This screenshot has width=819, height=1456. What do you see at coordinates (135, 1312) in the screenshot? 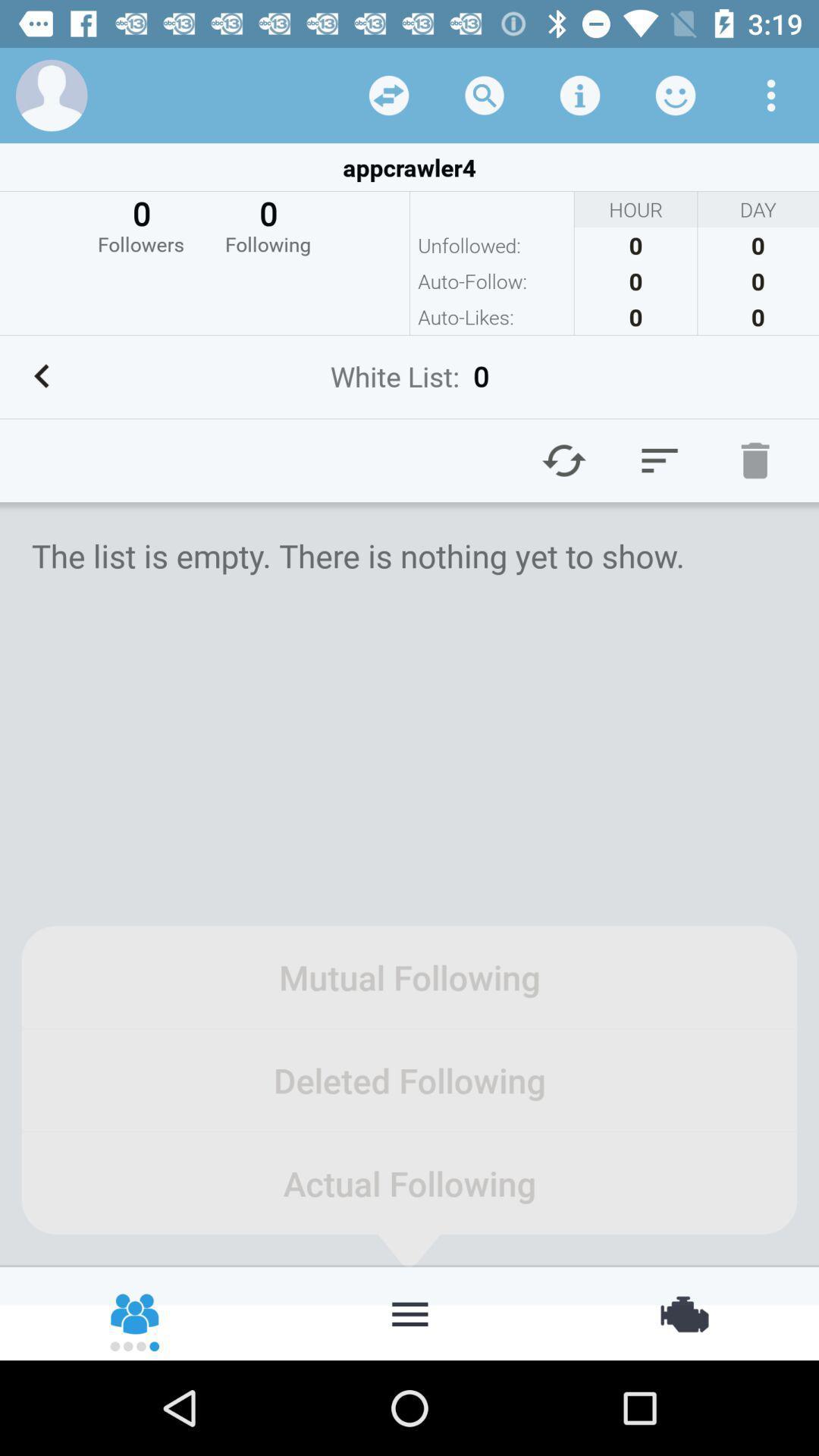
I see `group icon` at bounding box center [135, 1312].